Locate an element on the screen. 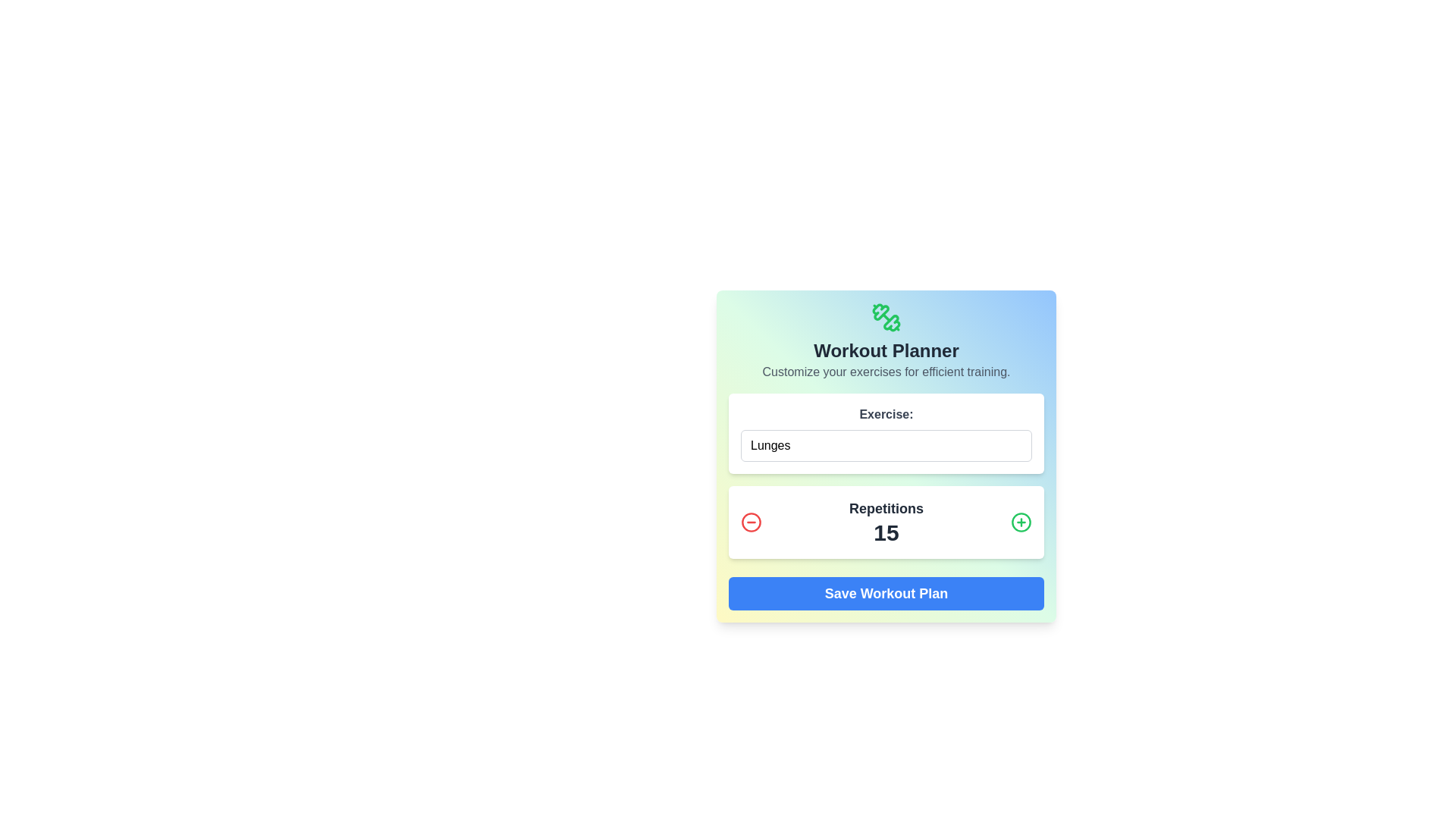 The height and width of the screenshot is (819, 1456). the button to decrement the repetition count located inside the 'Repetitions' section, adjacent to the prominently styled text '15' is located at coordinates (751, 522).